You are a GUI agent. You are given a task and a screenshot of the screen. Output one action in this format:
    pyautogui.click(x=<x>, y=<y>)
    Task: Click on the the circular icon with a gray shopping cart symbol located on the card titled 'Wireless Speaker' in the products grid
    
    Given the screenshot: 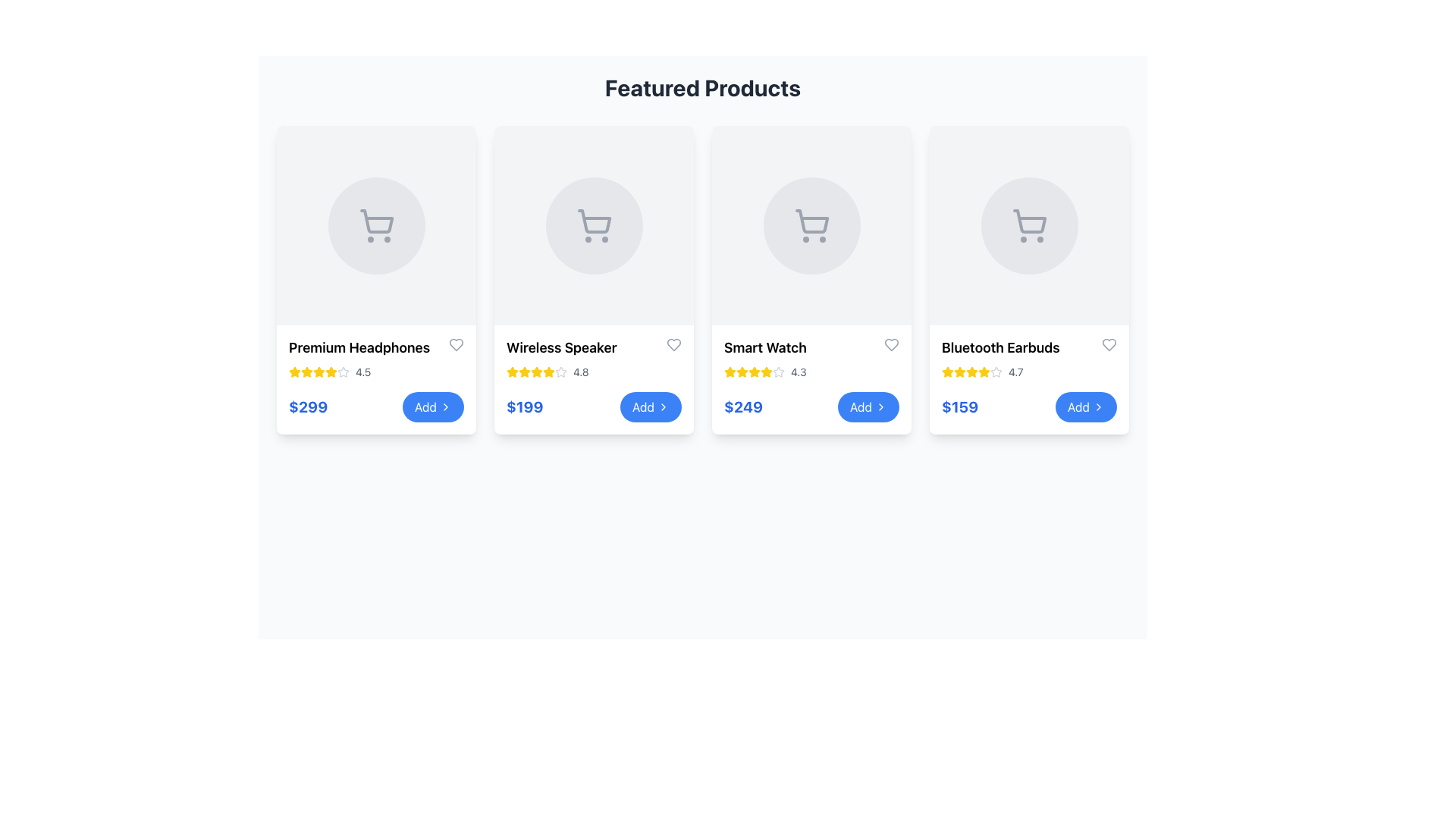 What is the action you would take?
    pyautogui.click(x=593, y=225)
    